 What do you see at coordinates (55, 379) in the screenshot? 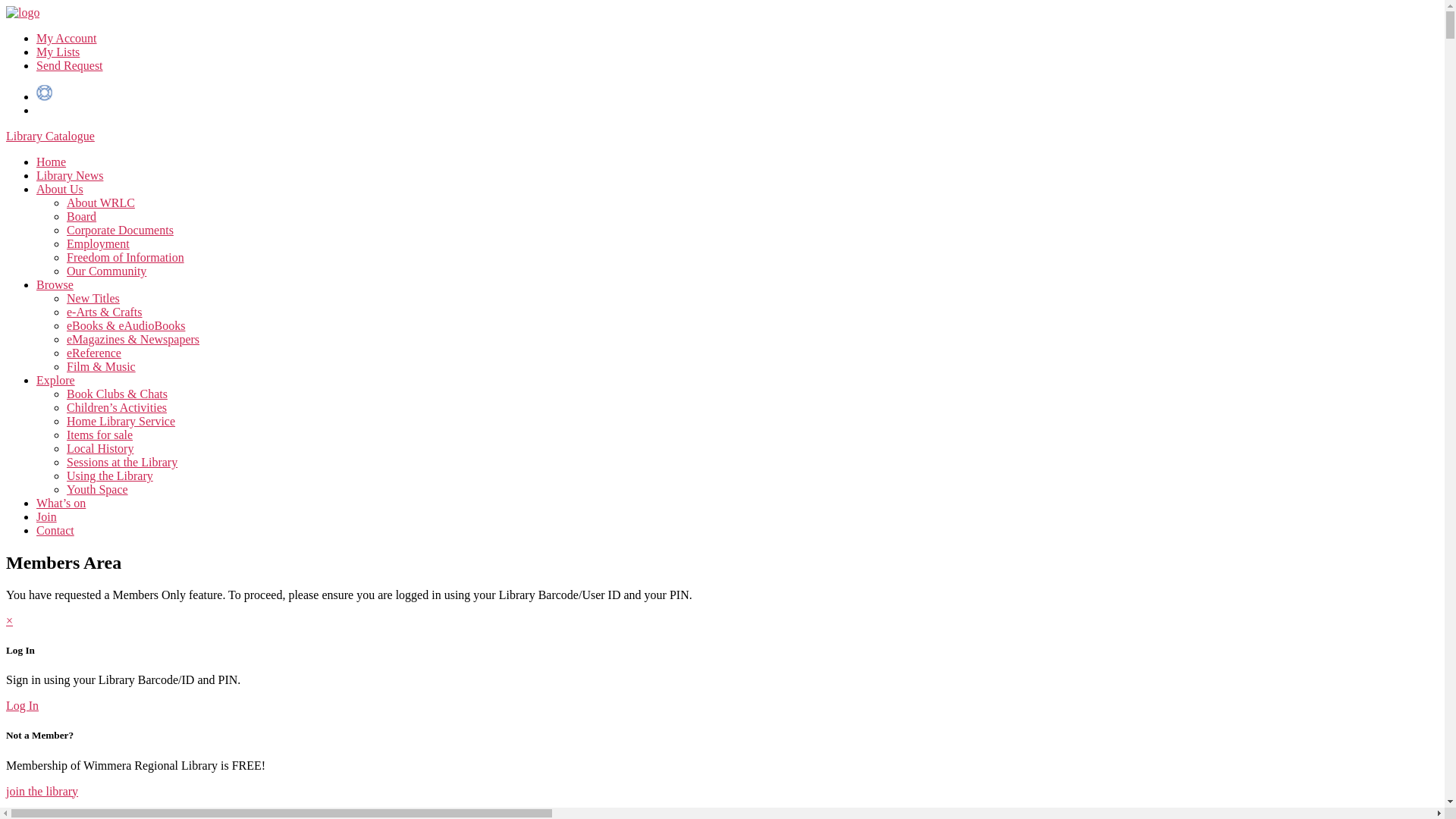
I see `'Explore'` at bounding box center [55, 379].